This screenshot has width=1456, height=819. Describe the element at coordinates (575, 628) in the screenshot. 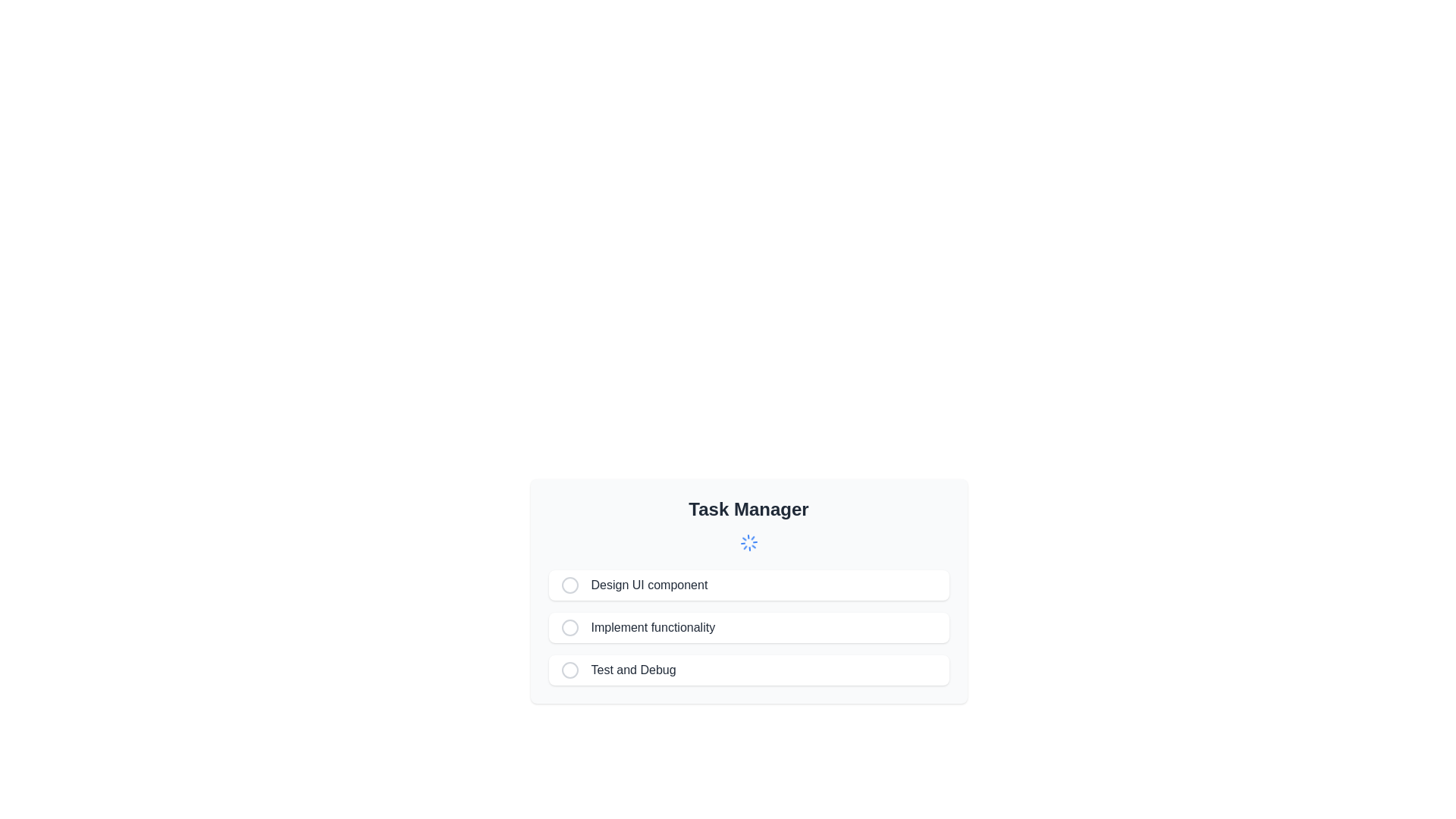

I see `the unselected radio button, which is a circular icon with a light grey outline, positioned to the left of the label 'Implement functionality' in the task list` at that location.